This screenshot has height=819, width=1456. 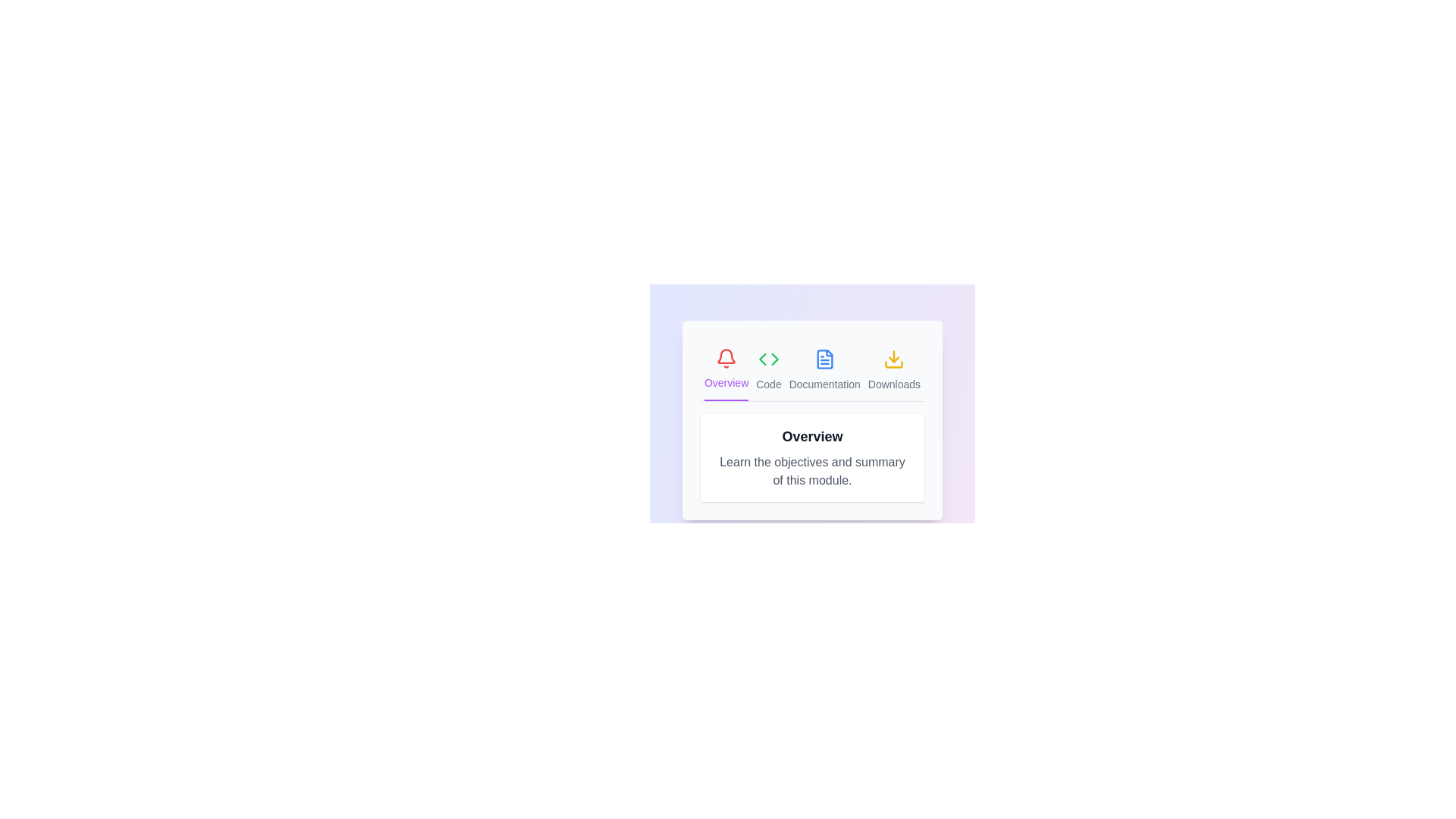 What do you see at coordinates (824, 370) in the screenshot?
I see `the icon of the Documentation tab to activate it` at bounding box center [824, 370].